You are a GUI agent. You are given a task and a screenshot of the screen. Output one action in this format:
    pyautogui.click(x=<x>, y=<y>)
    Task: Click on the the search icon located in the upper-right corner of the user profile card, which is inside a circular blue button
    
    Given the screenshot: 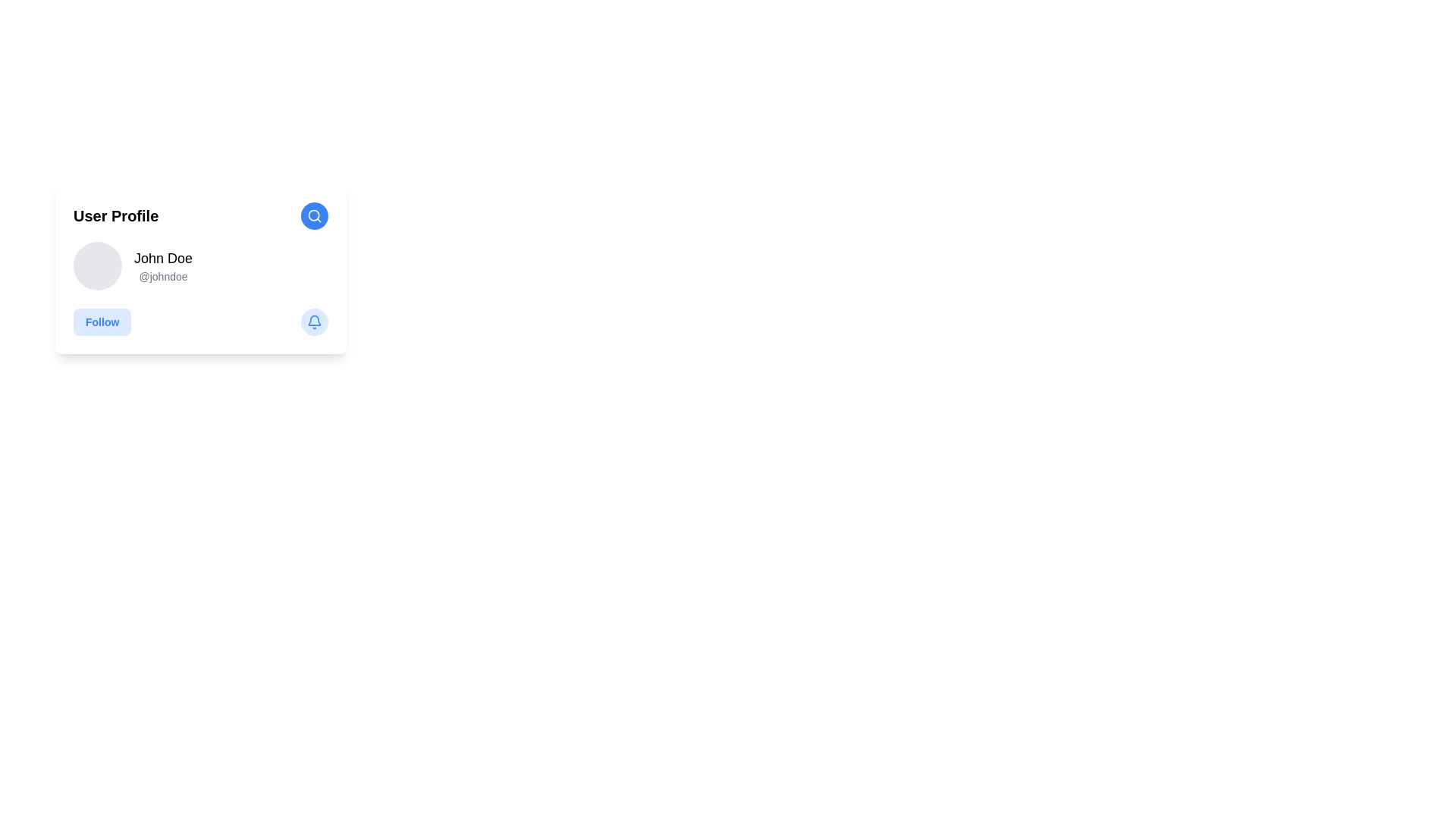 What is the action you would take?
    pyautogui.click(x=313, y=216)
    